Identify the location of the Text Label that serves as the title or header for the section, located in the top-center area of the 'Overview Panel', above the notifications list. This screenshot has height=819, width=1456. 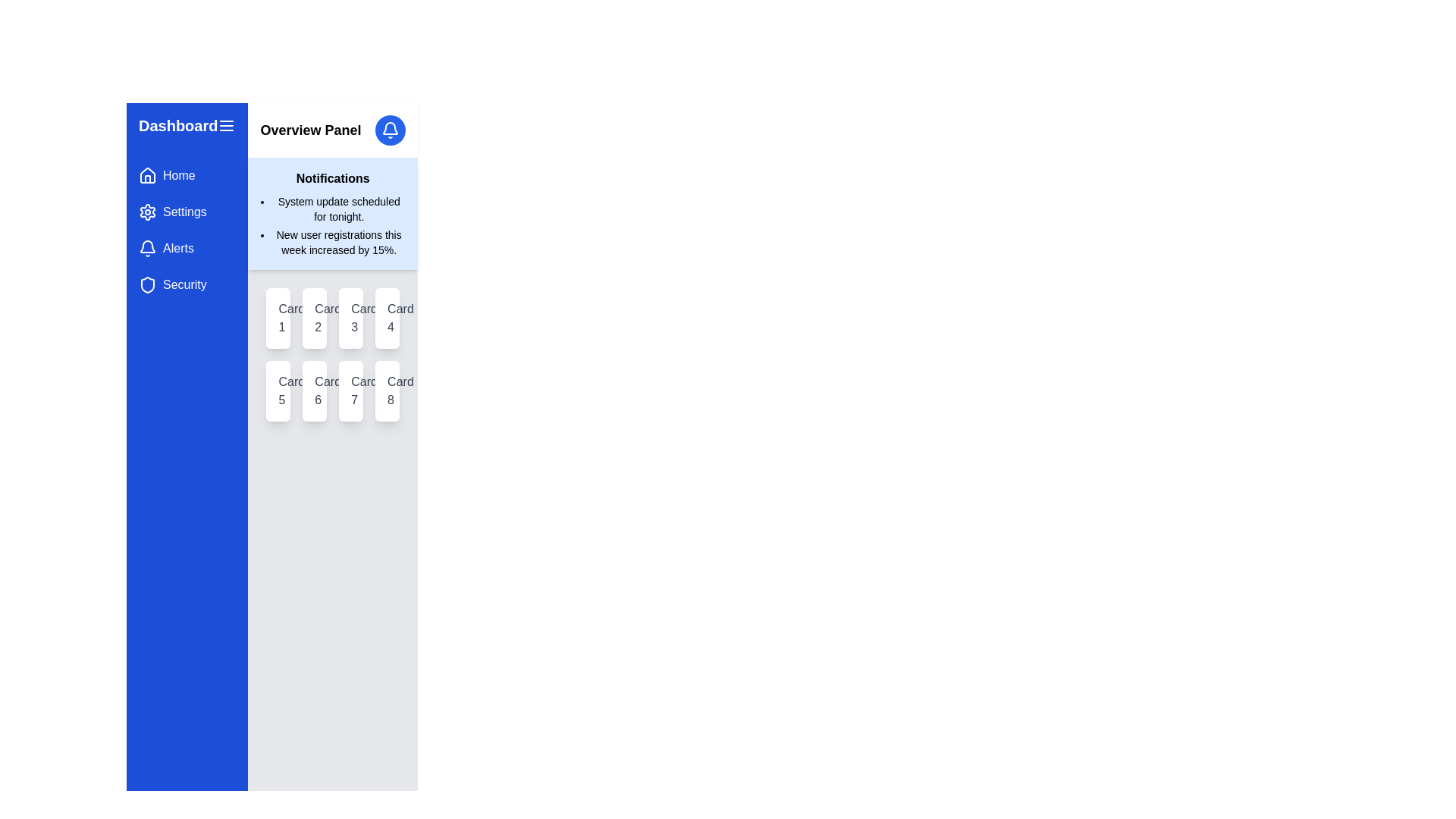
(332, 177).